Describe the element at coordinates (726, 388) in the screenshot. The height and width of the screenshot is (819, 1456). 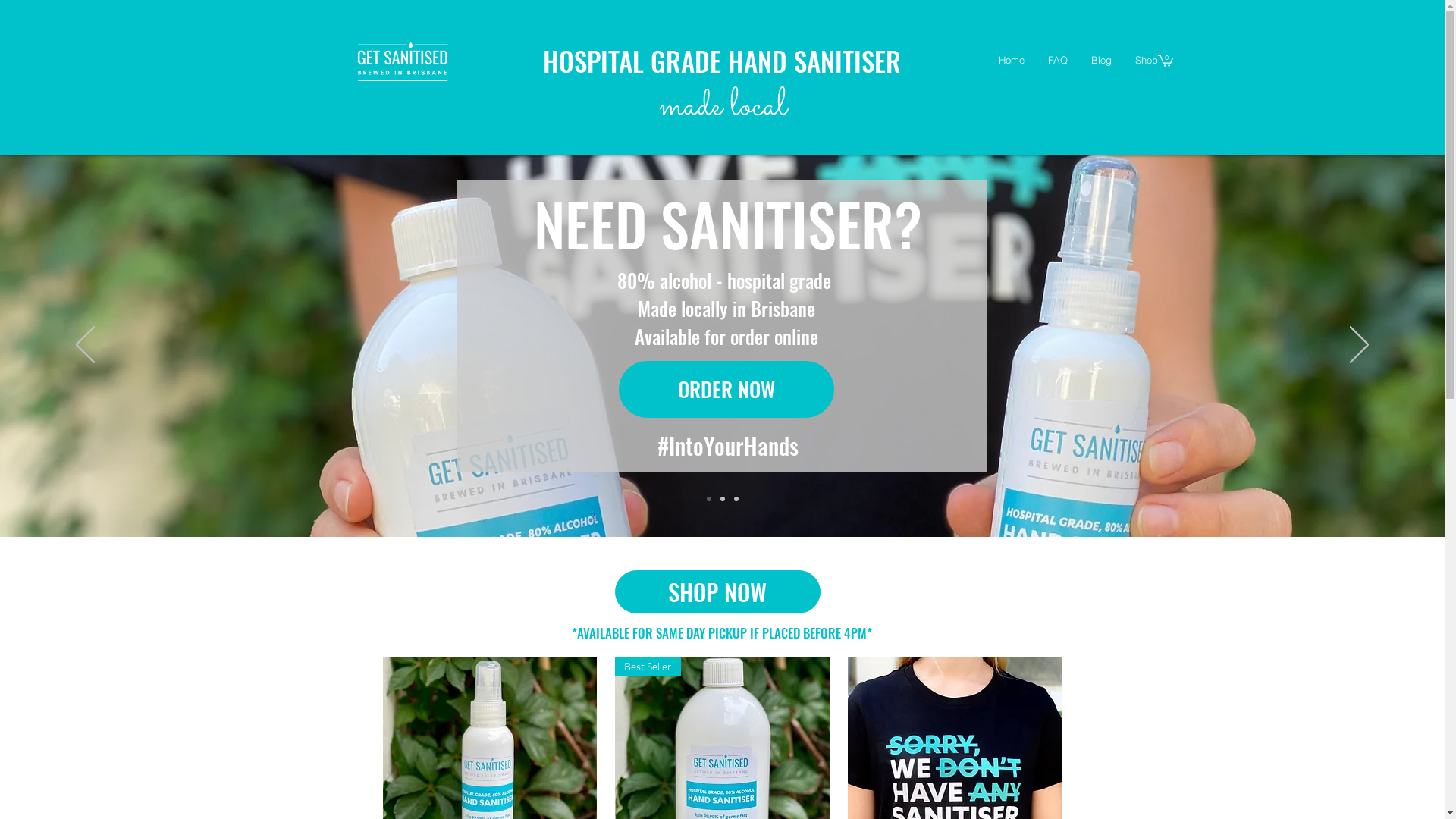
I see `'ORDER NOW'` at that location.